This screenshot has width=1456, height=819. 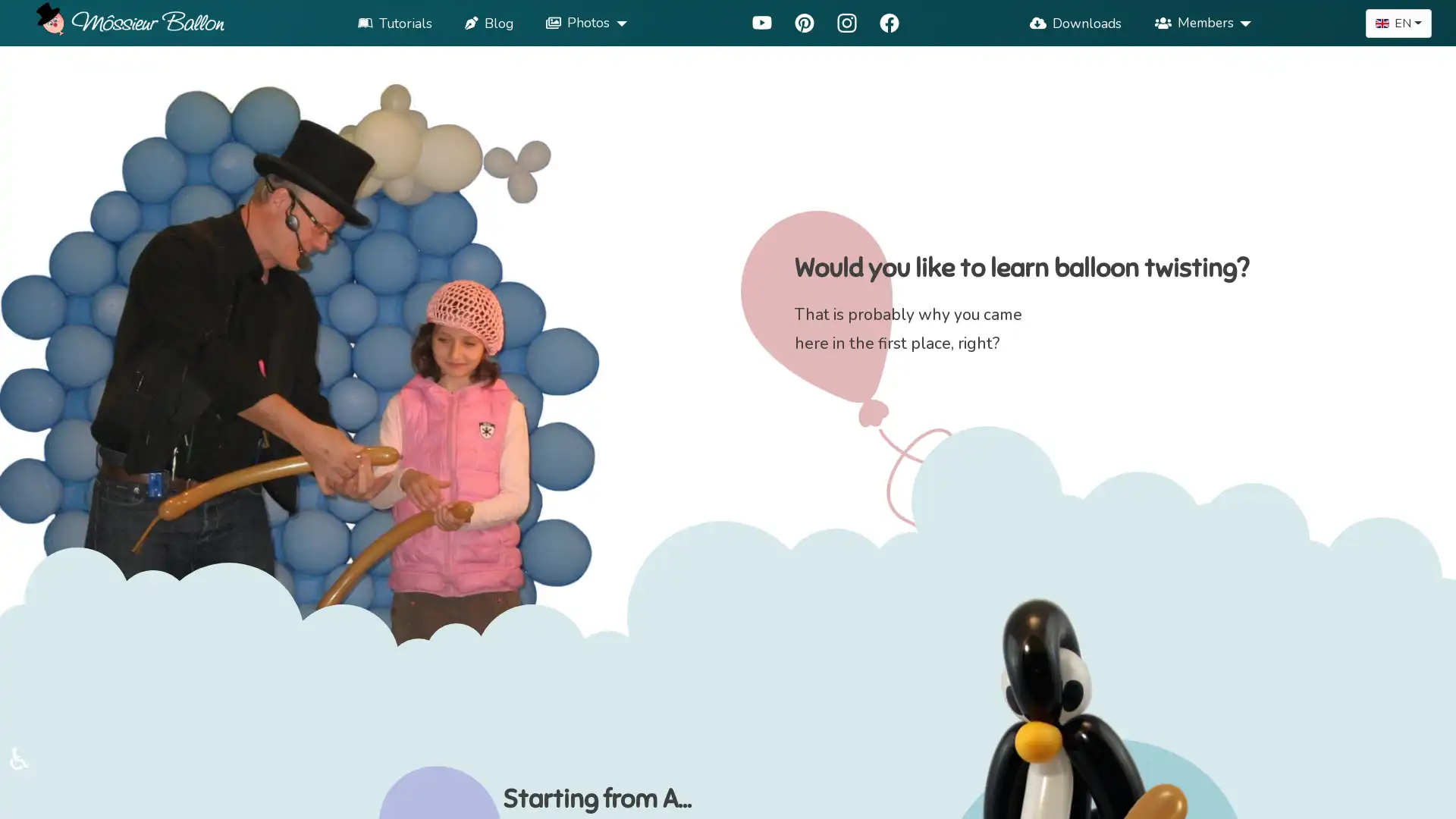 I want to click on Deny all cookies, so click(x=934, y=797).